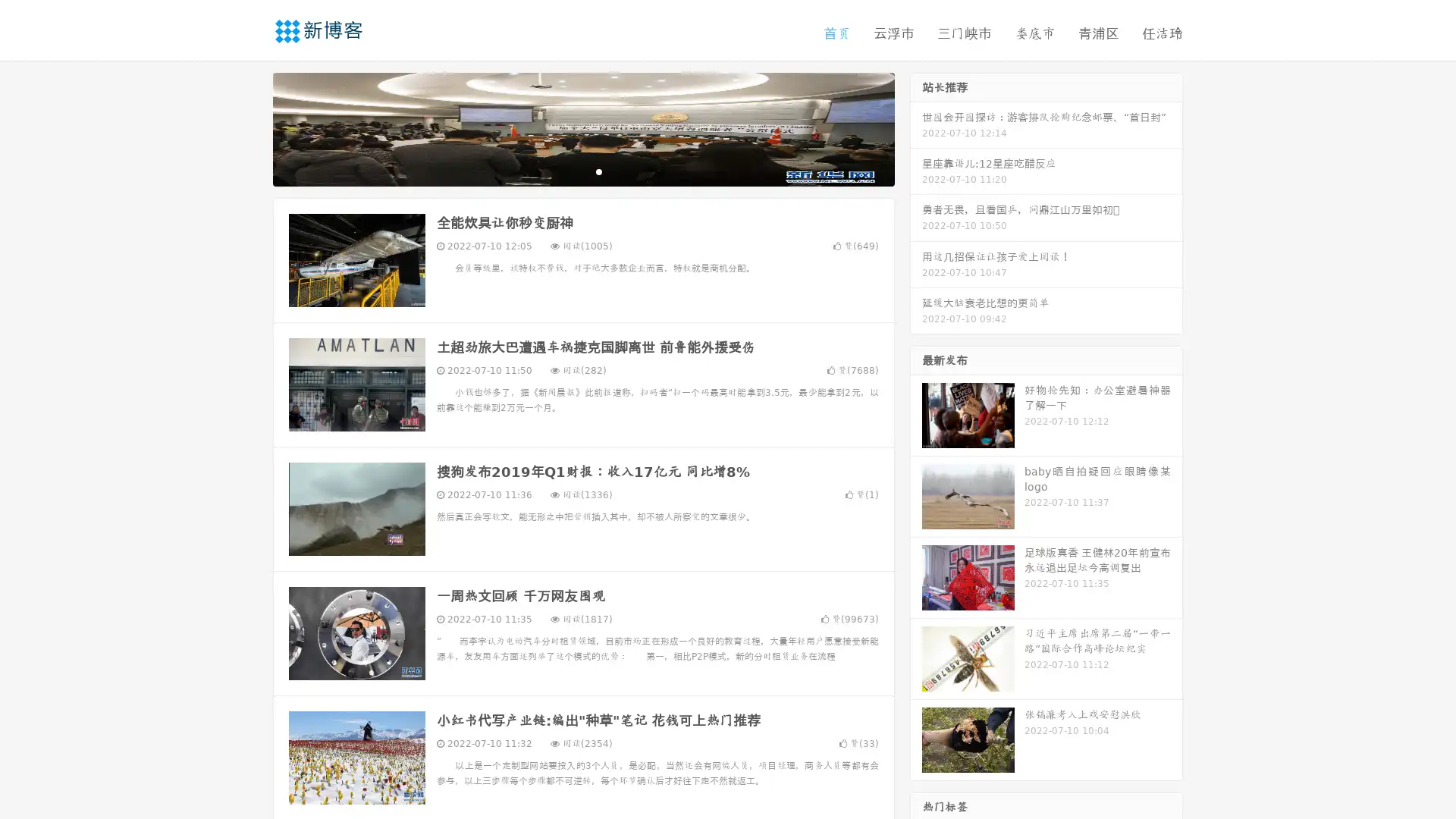 This screenshot has width=1456, height=819. Describe the element at coordinates (598, 171) in the screenshot. I see `Go to slide 3` at that location.